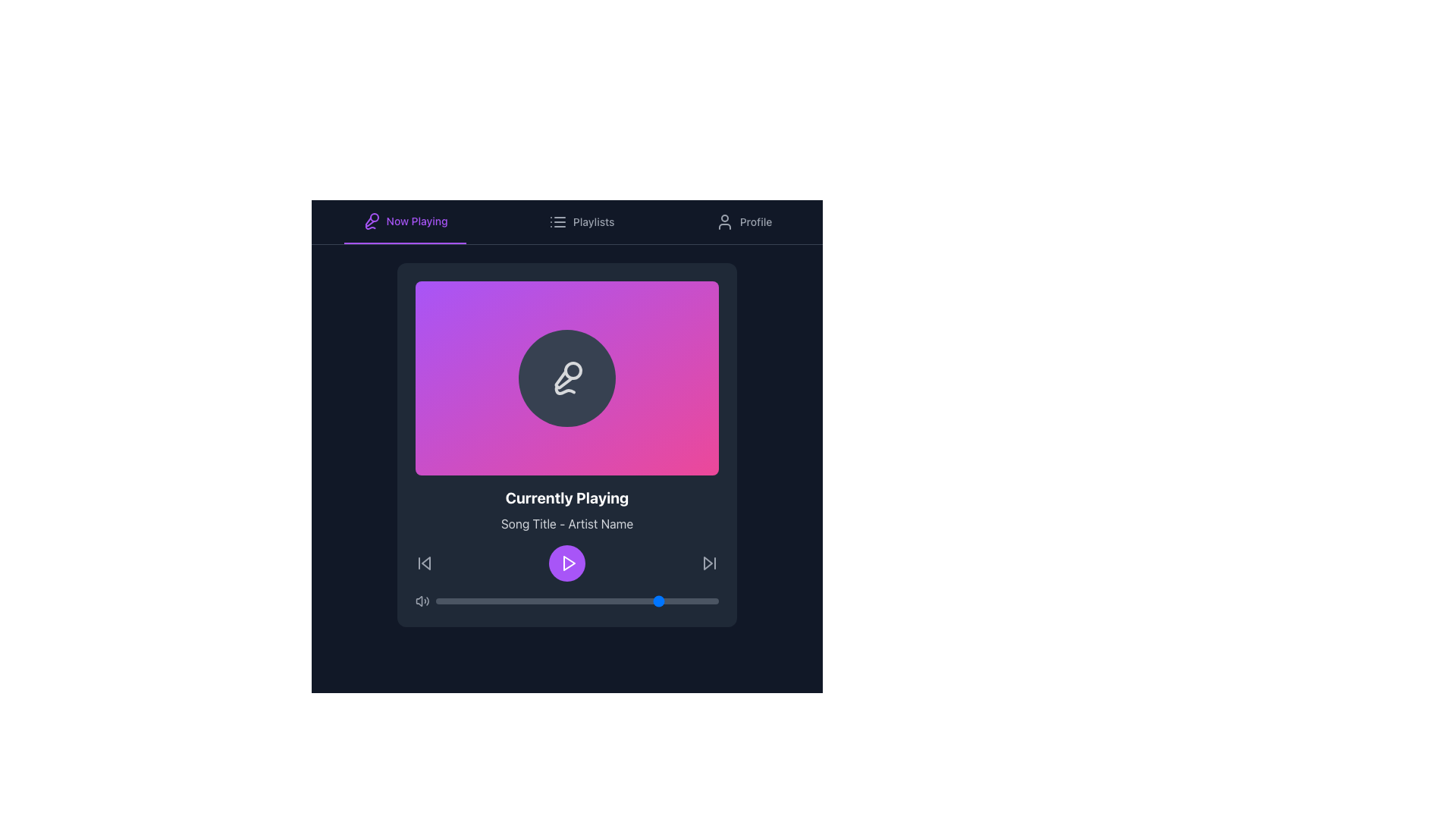  I want to click on the skip button located at the bottom-right corner of the 'Currently Playing' card, so click(709, 563).